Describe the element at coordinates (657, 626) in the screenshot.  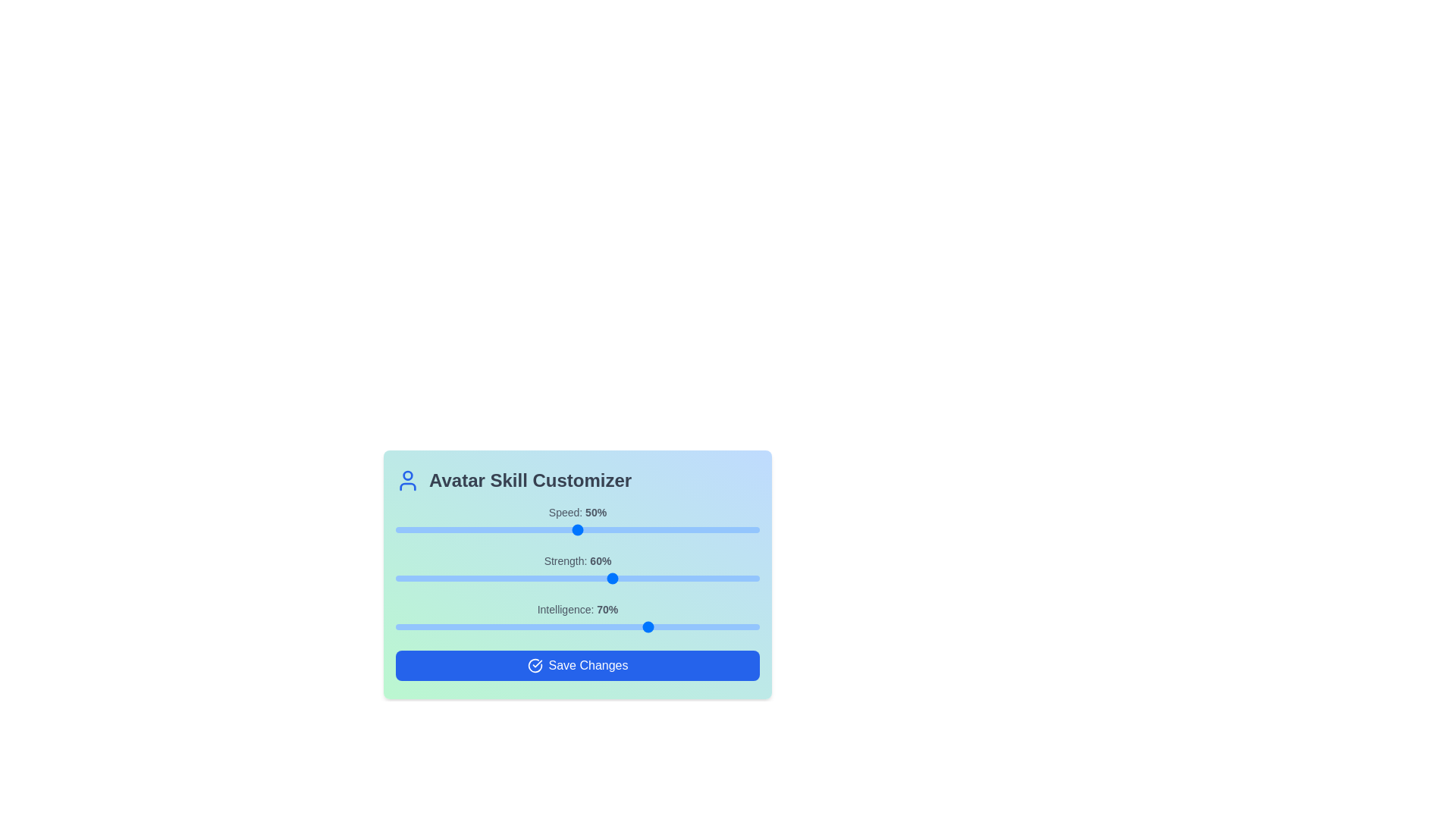
I see `intelligence level` at that location.